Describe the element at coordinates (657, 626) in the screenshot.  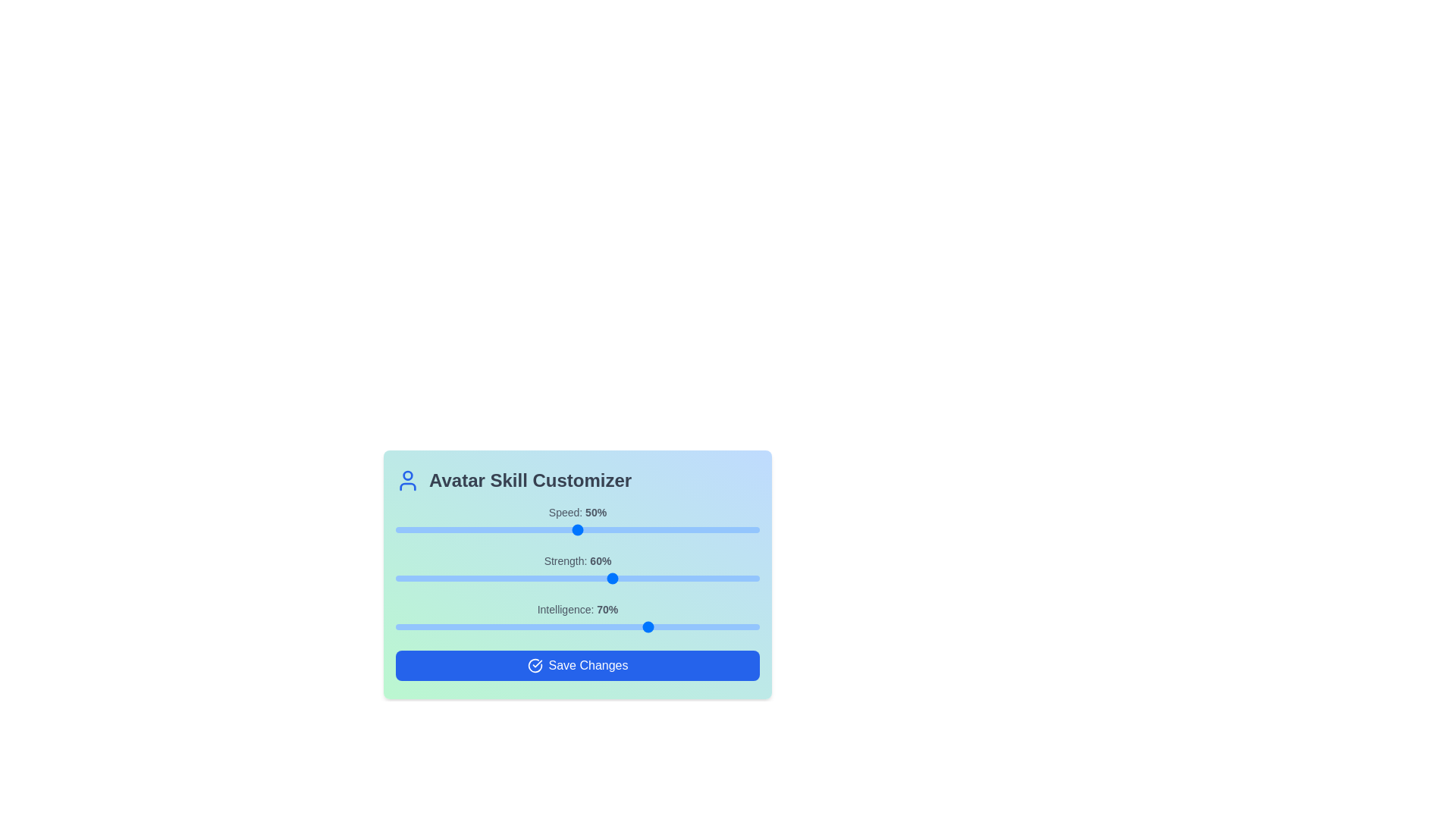
I see `intelligence level` at that location.